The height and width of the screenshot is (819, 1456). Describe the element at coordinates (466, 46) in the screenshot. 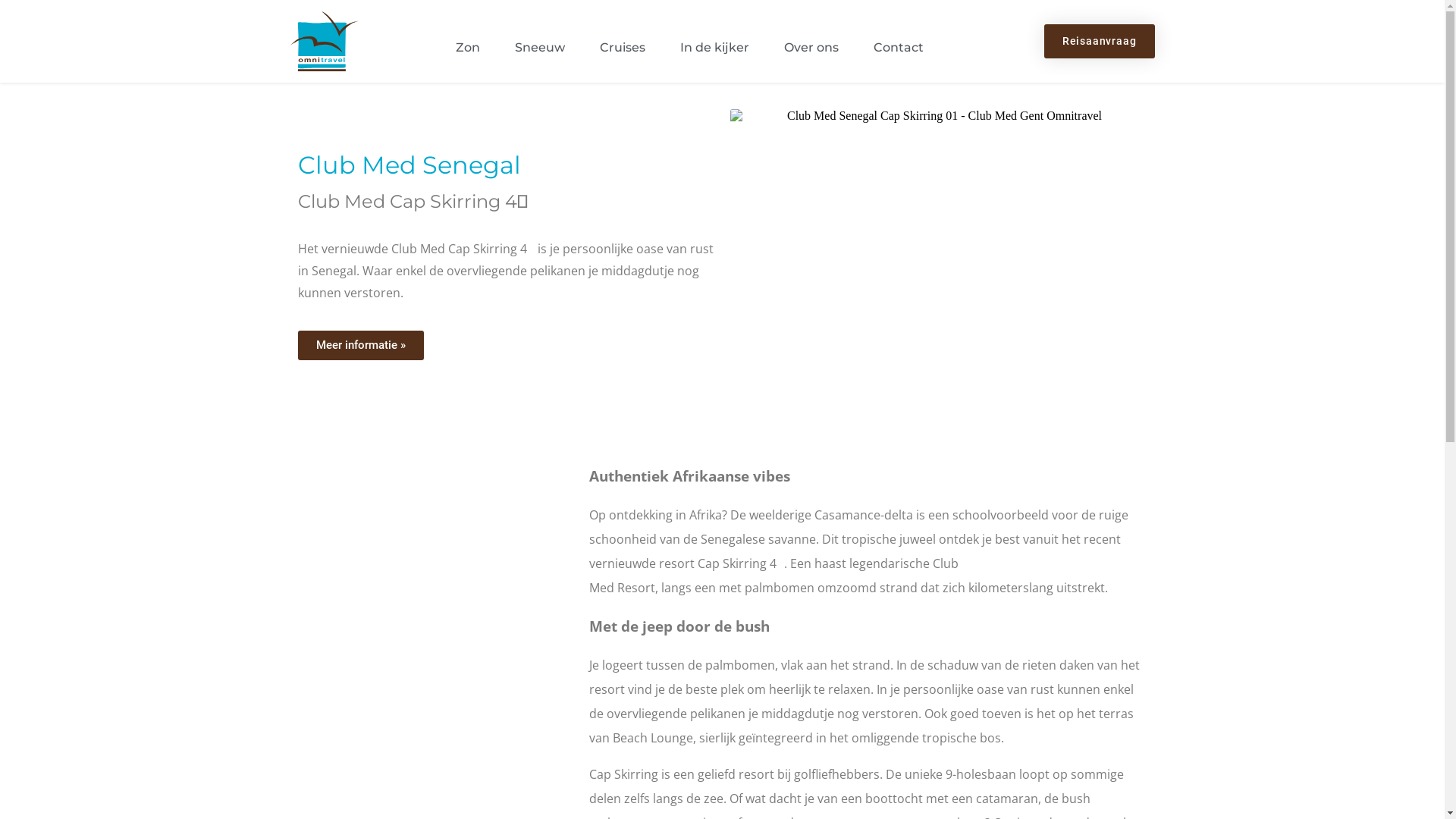

I see `'Zon'` at that location.